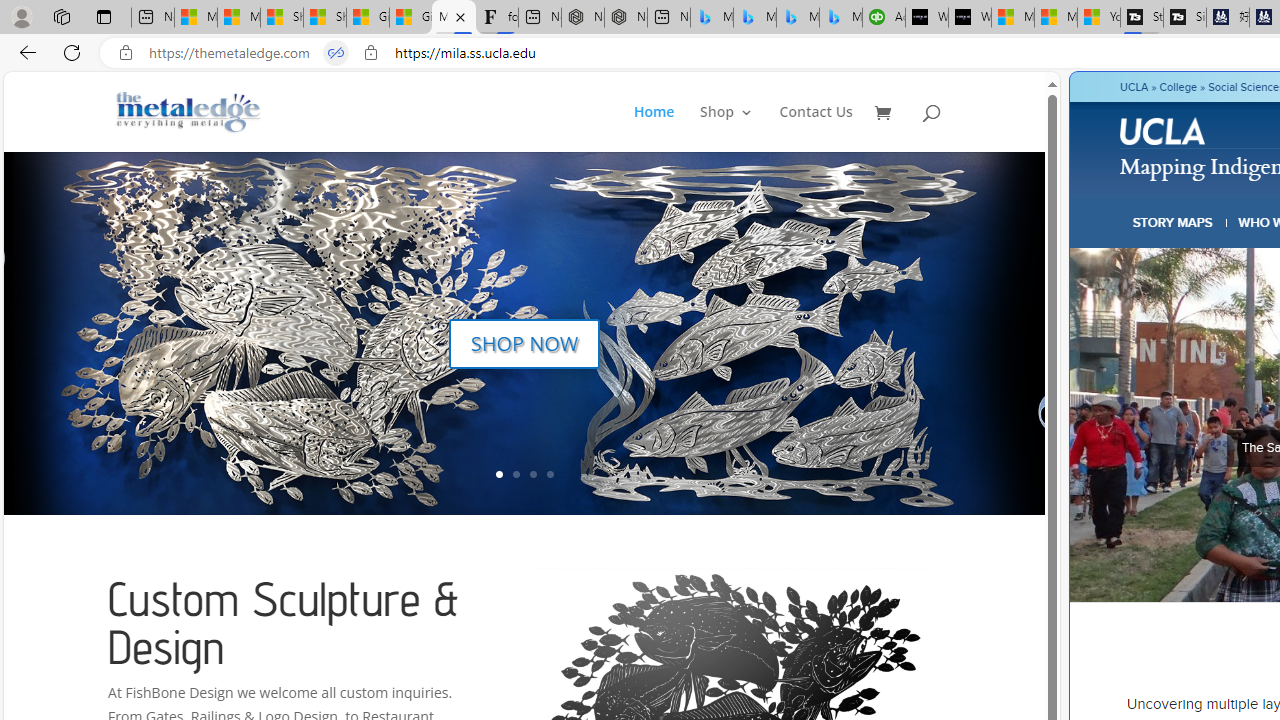 This screenshot has width=1280, height=720. Describe the element at coordinates (1164, 134) in the screenshot. I see `'UCLA logo'` at that location.